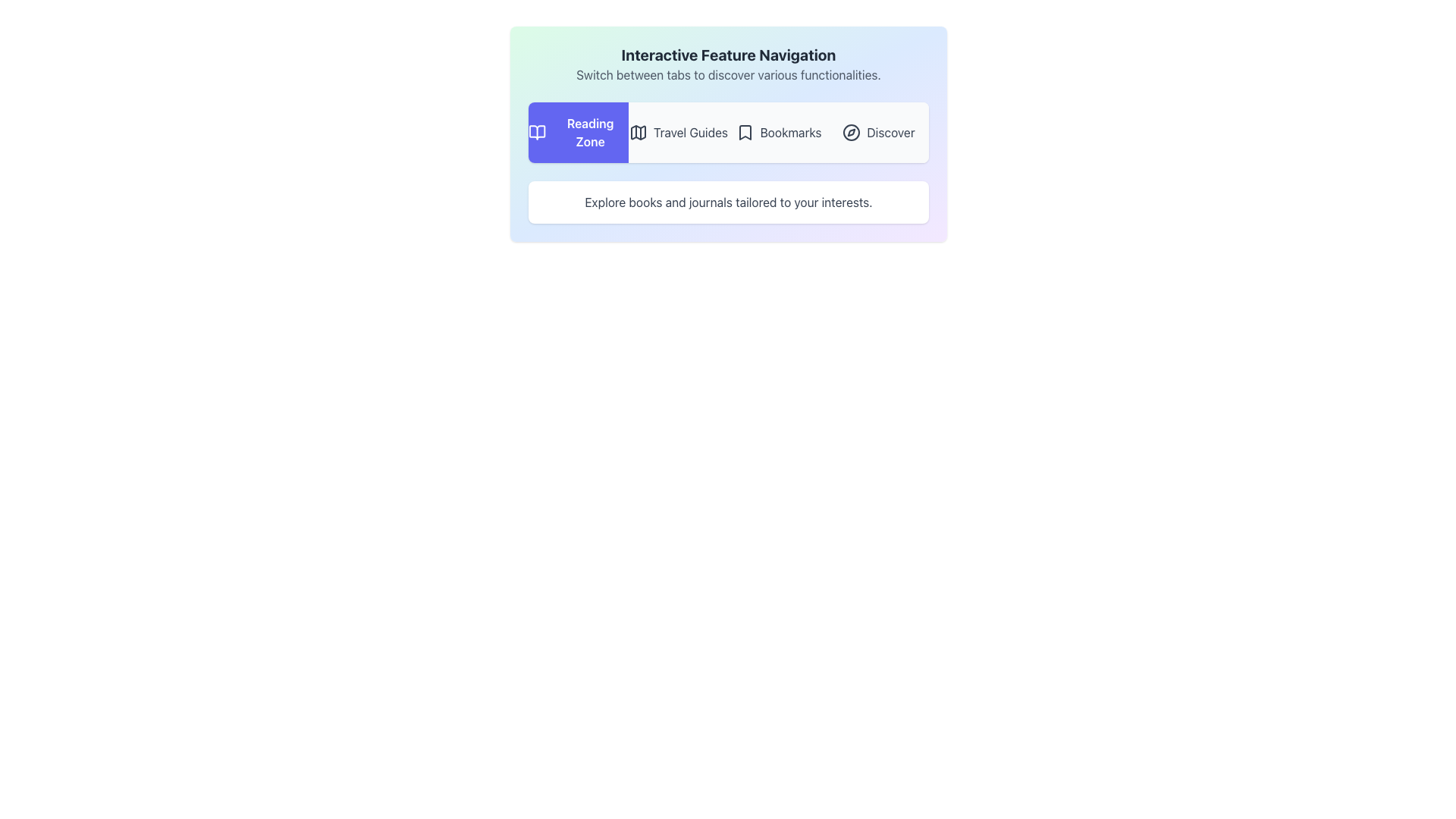 The width and height of the screenshot is (1456, 819). What do you see at coordinates (878, 131) in the screenshot?
I see `the fourth navigation tab, which is positioned after 'Reading Zone', 'Travel Guides', and 'Bookmarks'` at bounding box center [878, 131].